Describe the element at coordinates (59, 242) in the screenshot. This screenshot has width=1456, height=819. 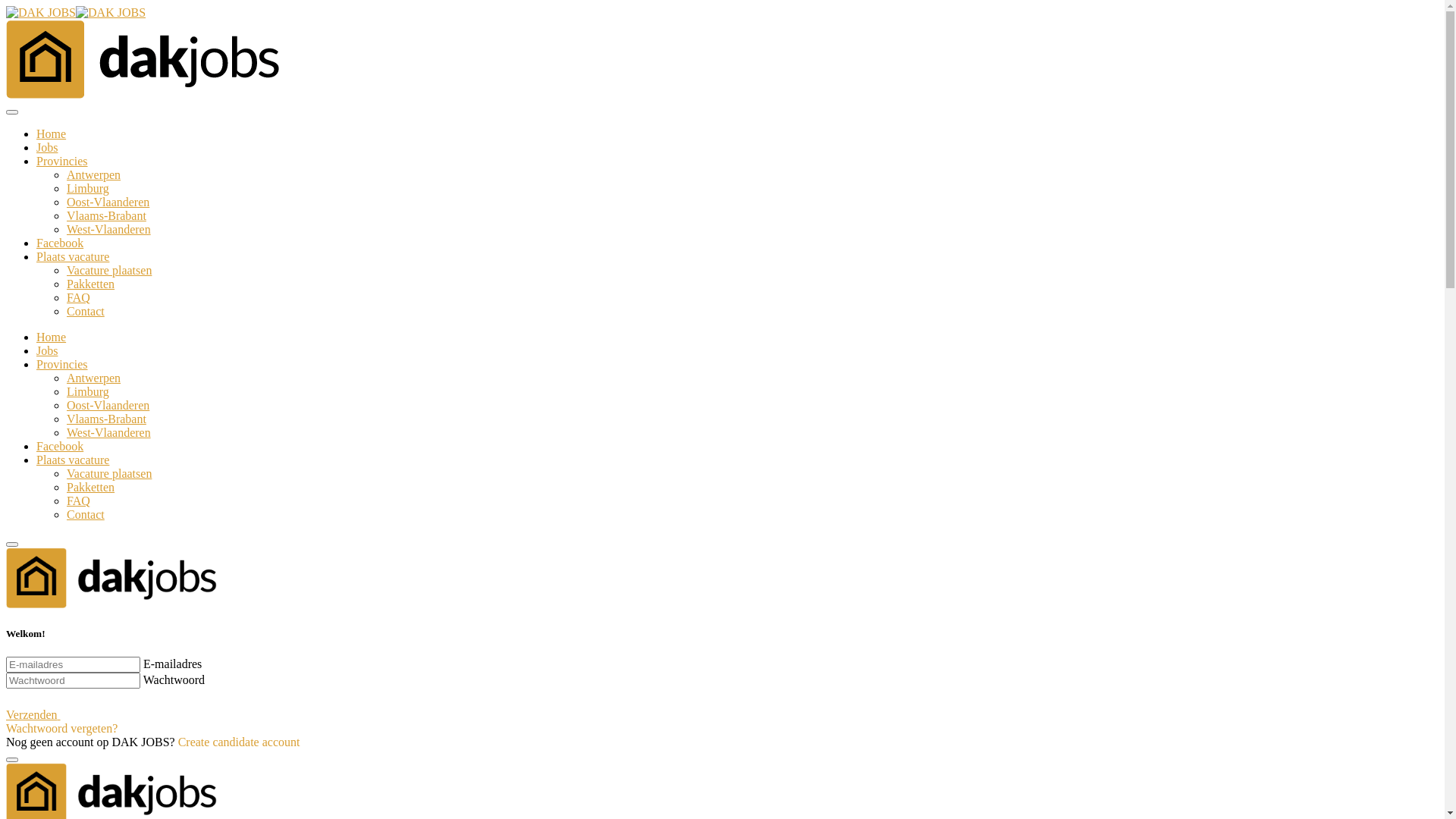
I see `'Facebook'` at that location.